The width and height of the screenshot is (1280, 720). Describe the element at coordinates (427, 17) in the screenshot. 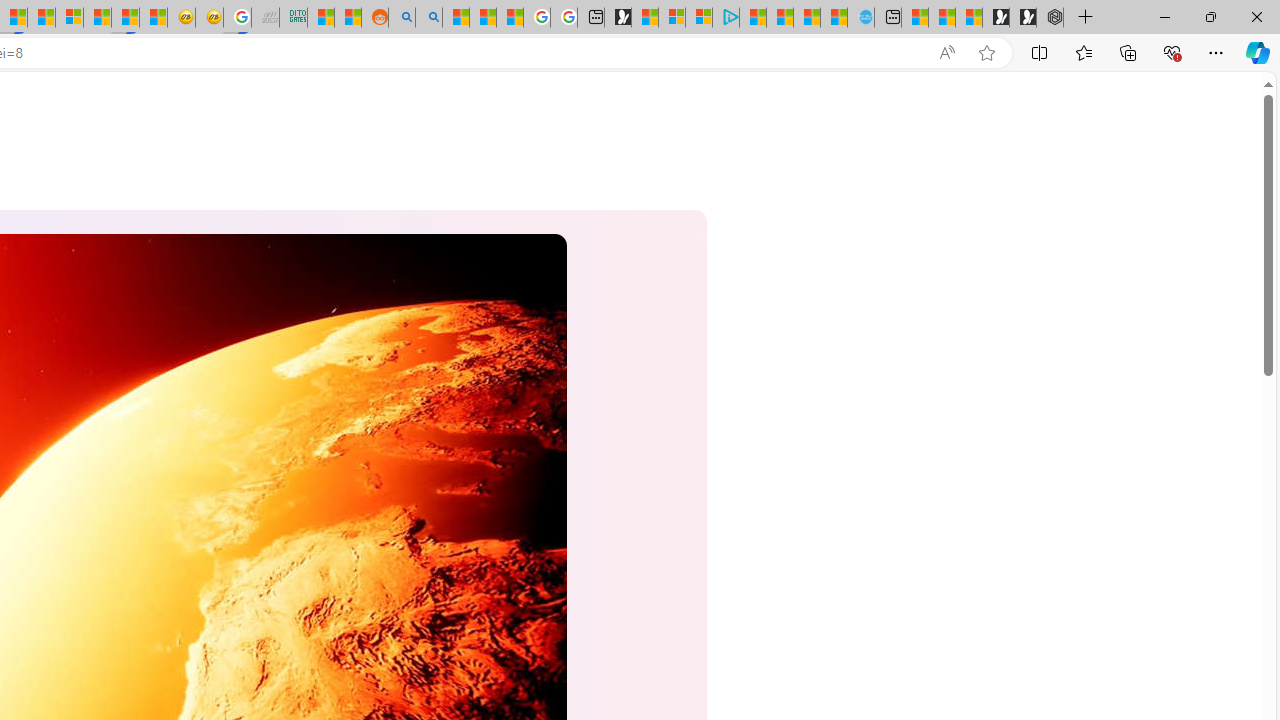

I see `'Utah sues federal government - Search'` at that location.